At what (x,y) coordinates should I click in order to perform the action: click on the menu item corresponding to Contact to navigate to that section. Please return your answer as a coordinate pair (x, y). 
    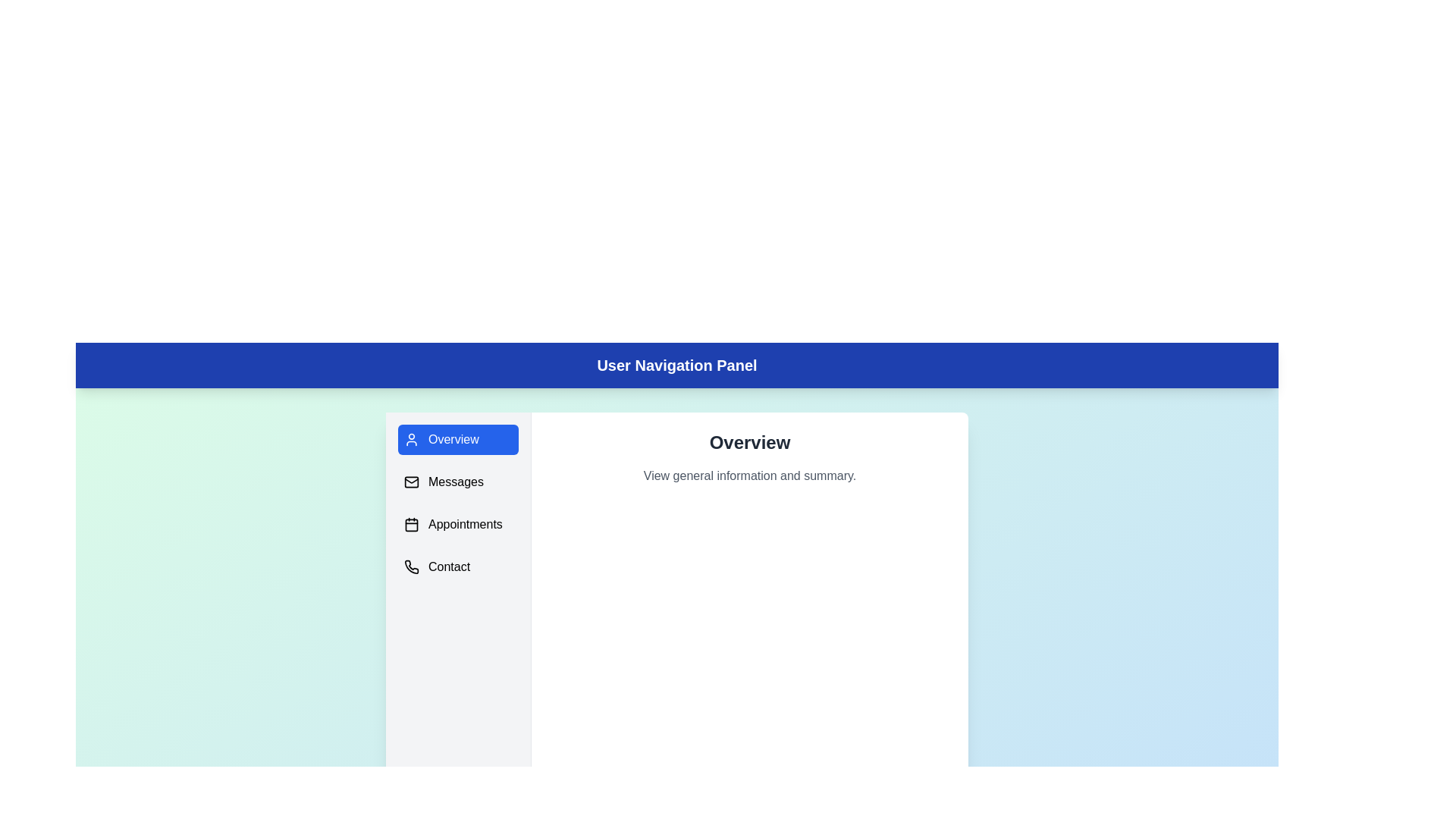
    Looking at the image, I should click on (457, 567).